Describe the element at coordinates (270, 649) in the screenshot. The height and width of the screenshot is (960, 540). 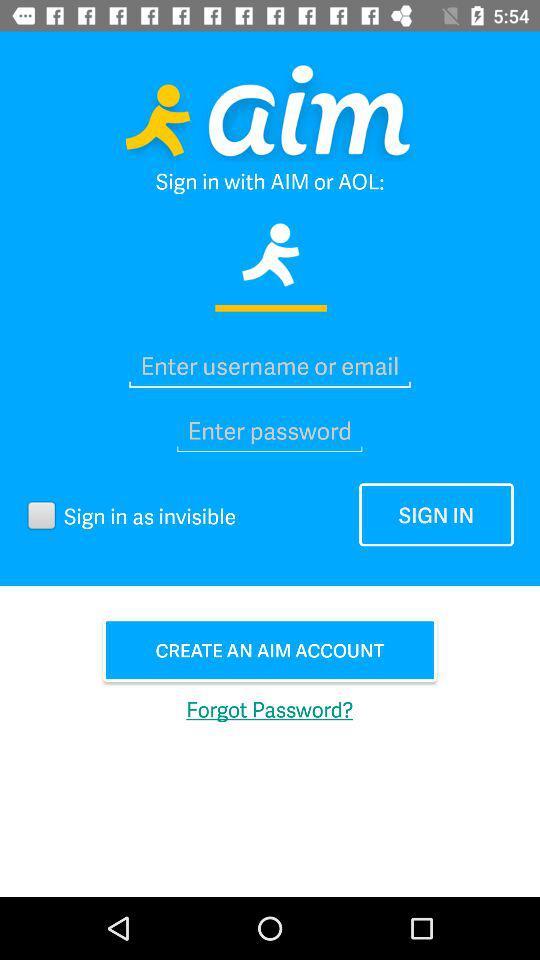
I see `the button below the sign in item` at that location.